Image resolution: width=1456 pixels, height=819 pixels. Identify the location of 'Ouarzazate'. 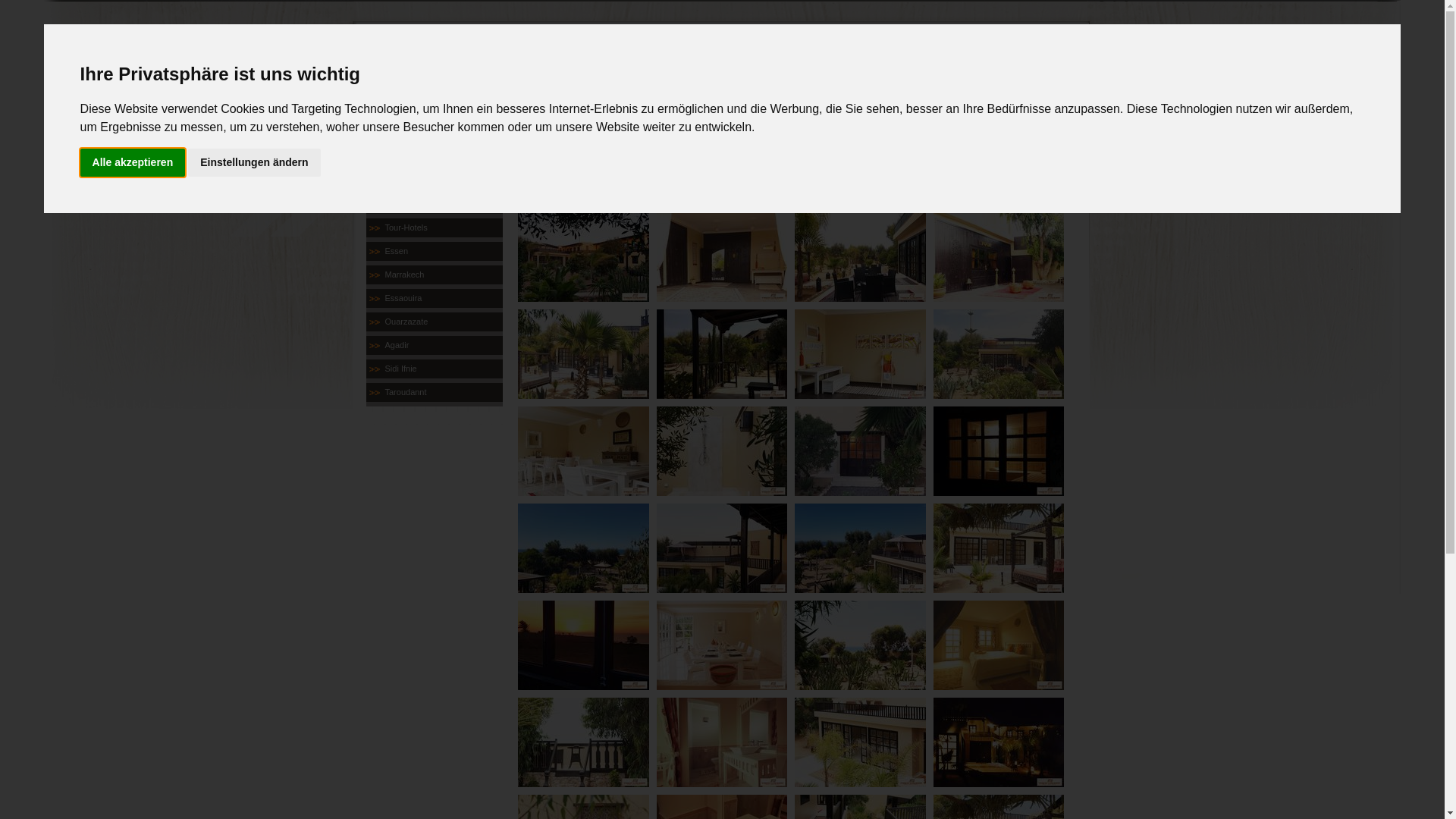
(432, 321).